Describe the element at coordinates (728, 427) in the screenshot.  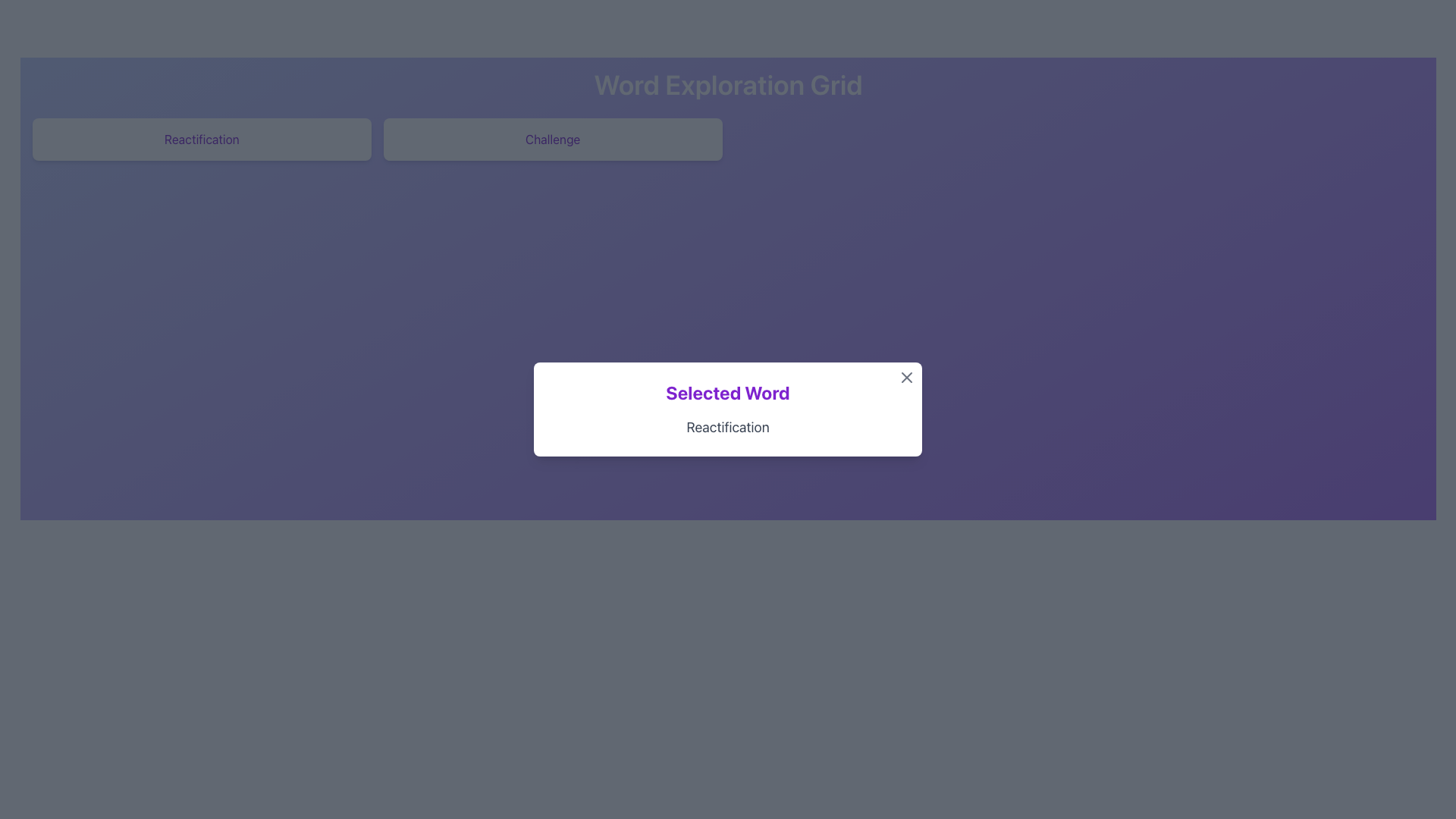
I see `the Text Display element that shows the word 'Reactification', which is centrally aligned at the bottom of the dialog box below 'Selected Word'` at that location.